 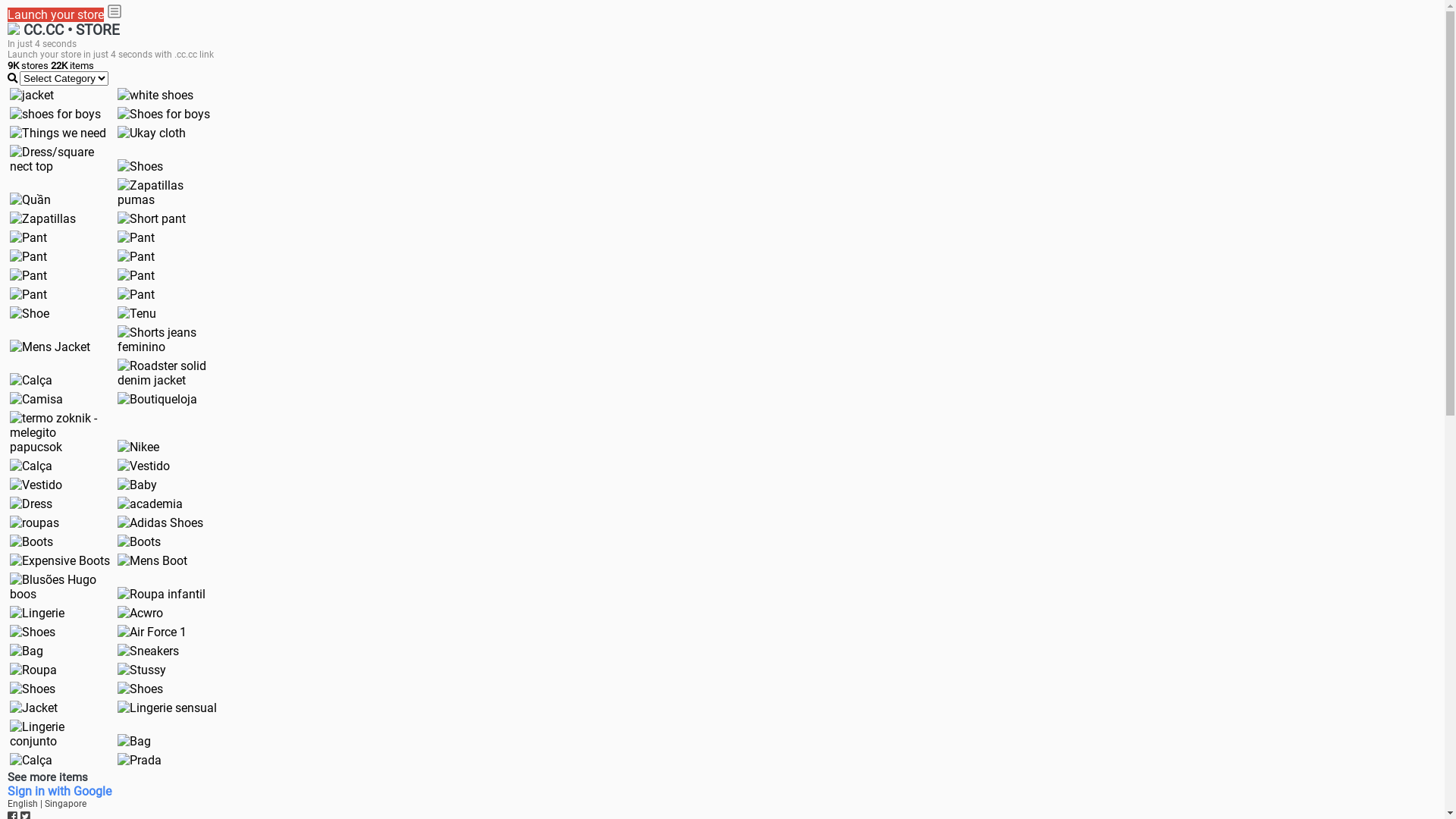 I want to click on 'Things we need', so click(x=58, y=132).